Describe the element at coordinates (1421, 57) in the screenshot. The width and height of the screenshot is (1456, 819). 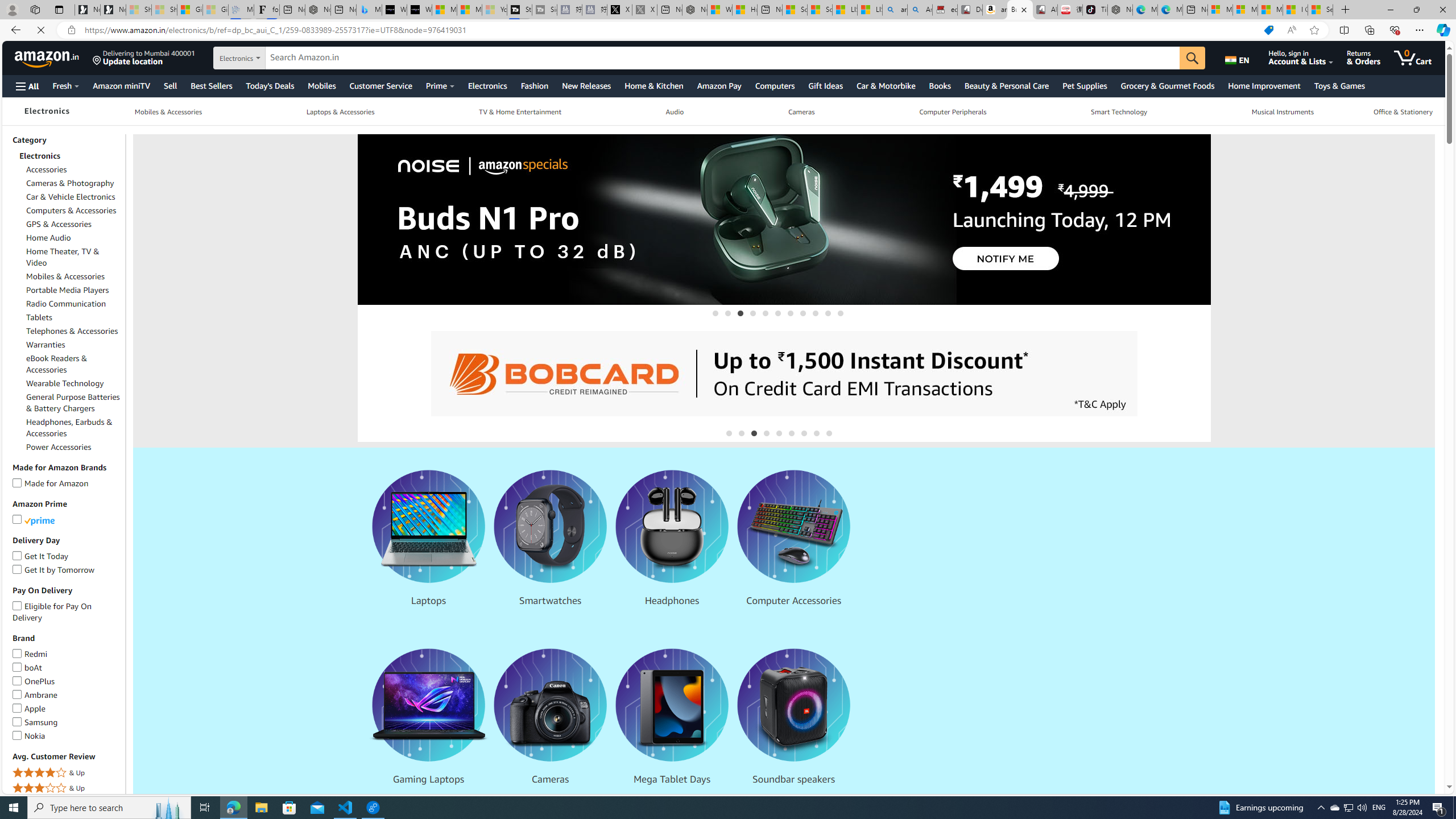
I see `'0 items in cart'` at that location.